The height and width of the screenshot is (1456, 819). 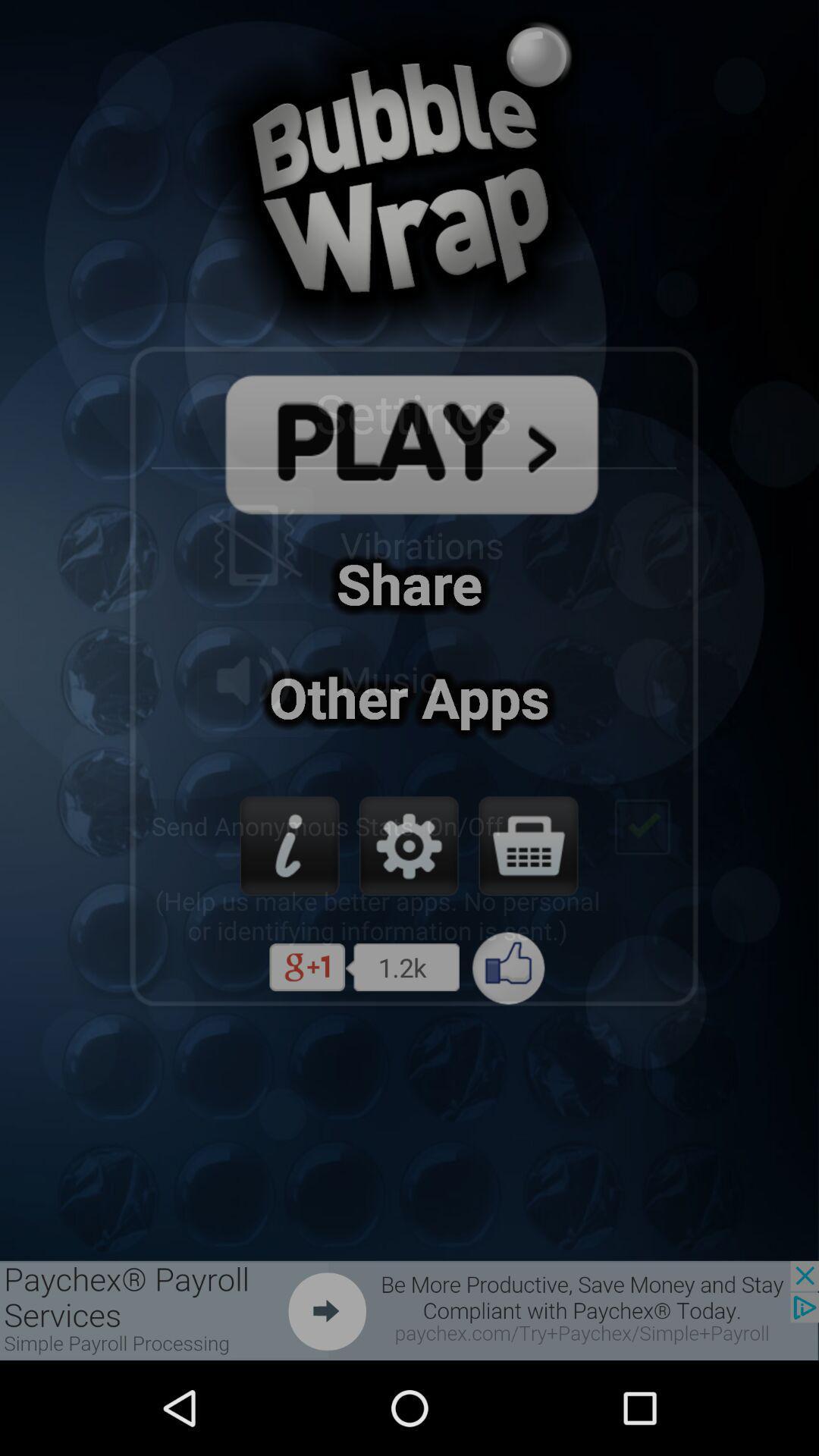 I want to click on the info icon, so click(x=290, y=905).